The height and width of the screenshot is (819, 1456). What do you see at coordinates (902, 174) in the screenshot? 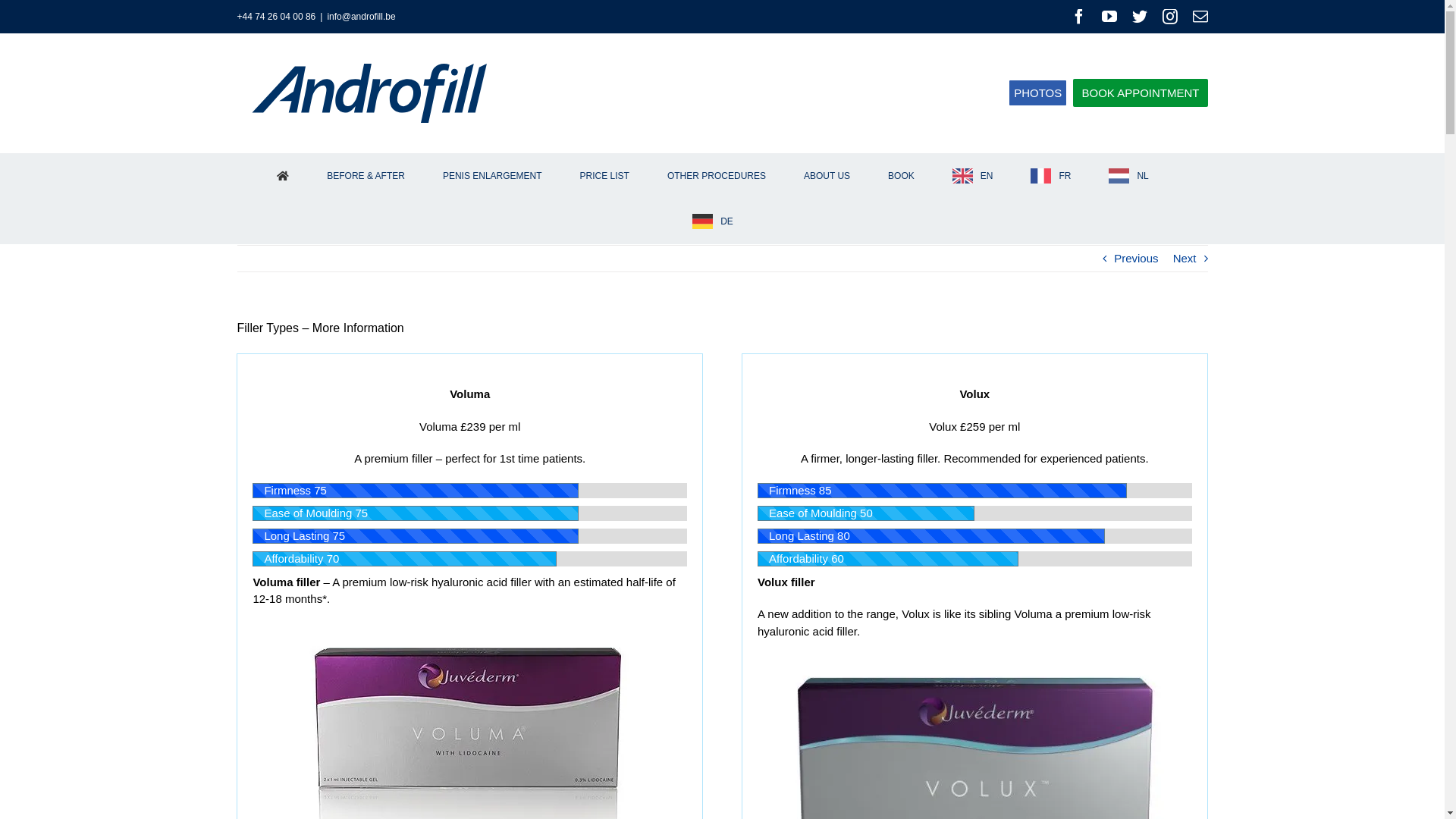
I see `'BOOK'` at bounding box center [902, 174].